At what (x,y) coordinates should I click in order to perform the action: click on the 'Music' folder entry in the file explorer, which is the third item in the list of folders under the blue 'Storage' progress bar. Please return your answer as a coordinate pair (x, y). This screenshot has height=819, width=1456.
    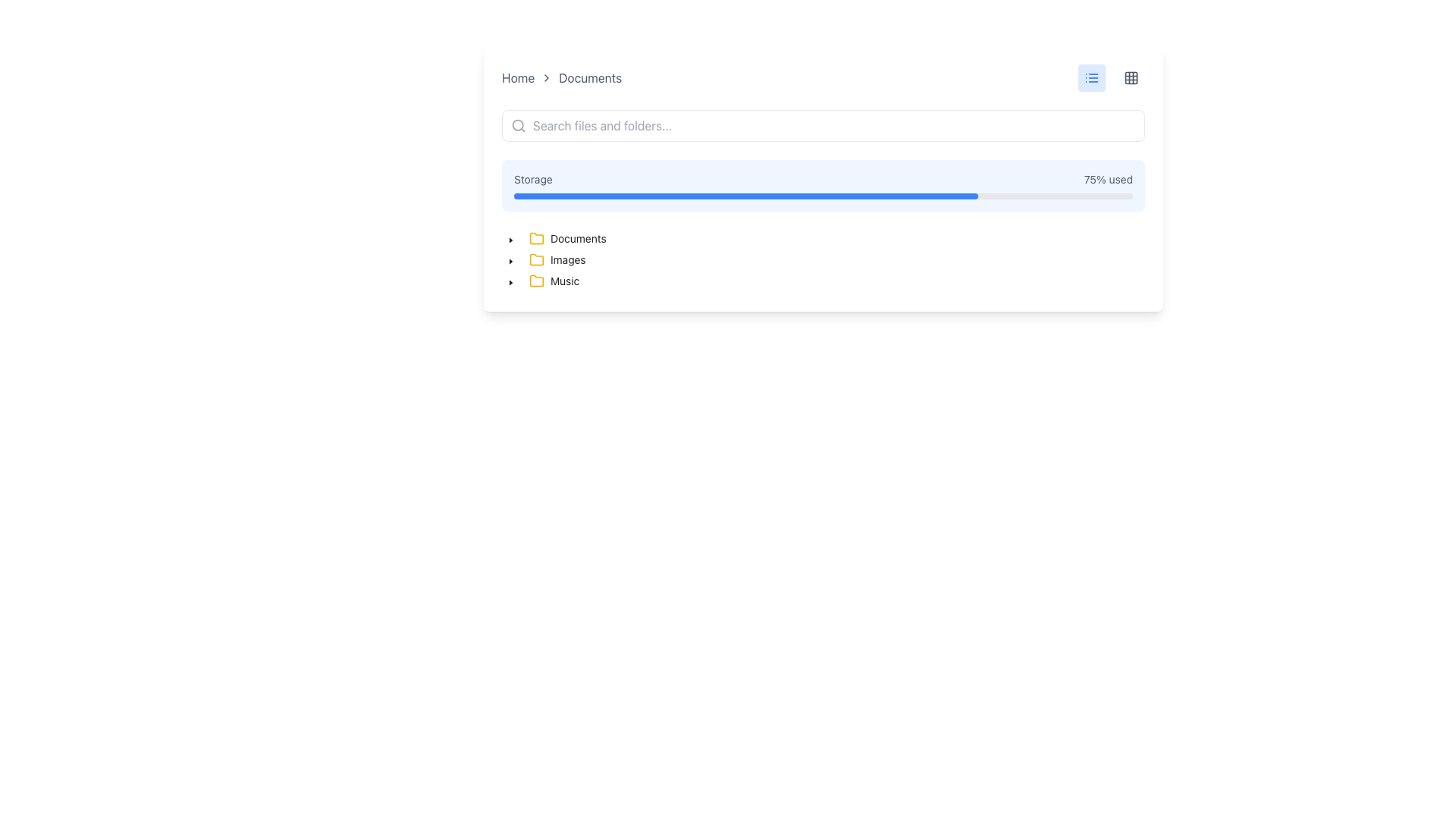
    Looking at the image, I should click on (553, 281).